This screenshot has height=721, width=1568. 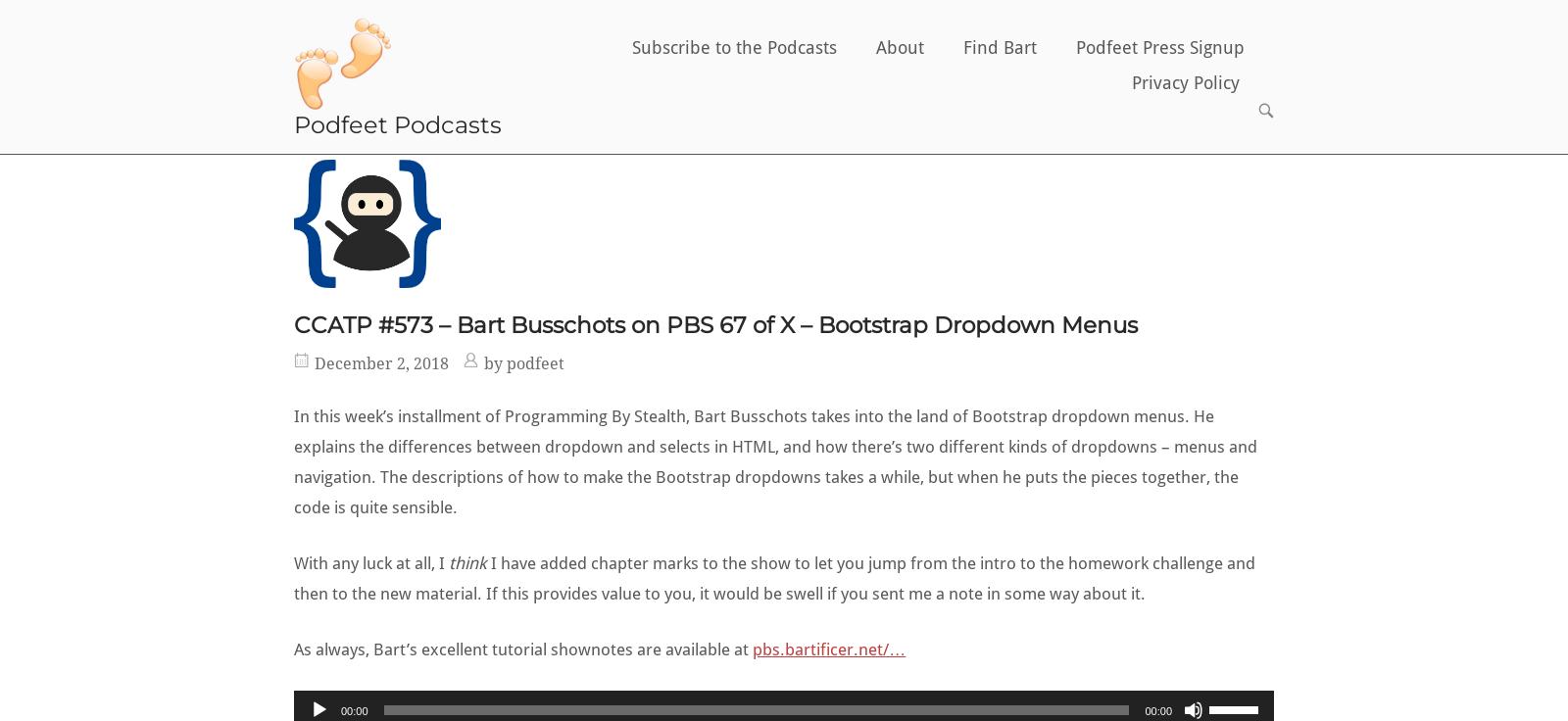 What do you see at coordinates (899, 46) in the screenshot?
I see `'About'` at bounding box center [899, 46].